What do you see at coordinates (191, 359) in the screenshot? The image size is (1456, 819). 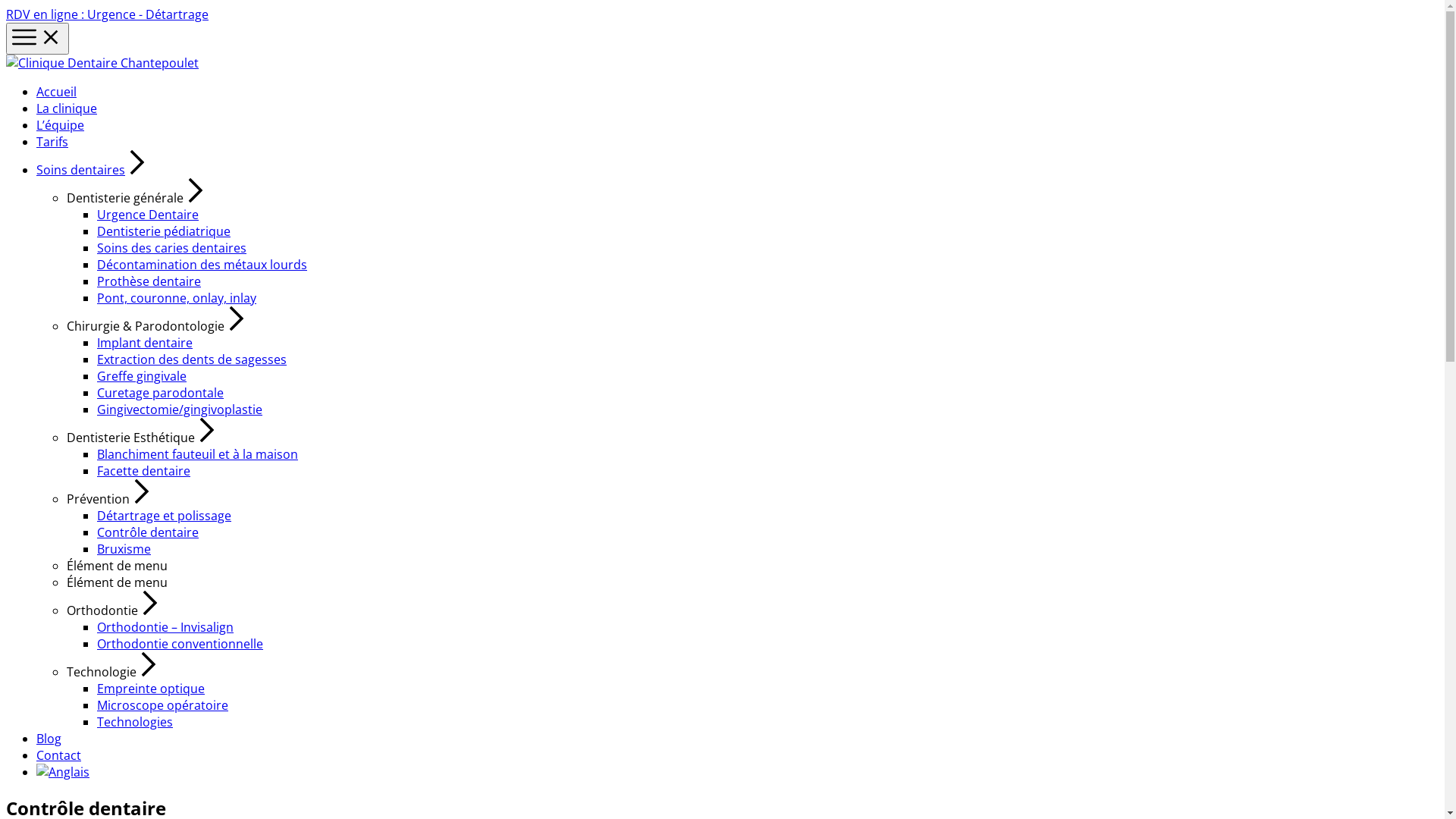 I see `'Extraction des dents de sagesses'` at bounding box center [191, 359].